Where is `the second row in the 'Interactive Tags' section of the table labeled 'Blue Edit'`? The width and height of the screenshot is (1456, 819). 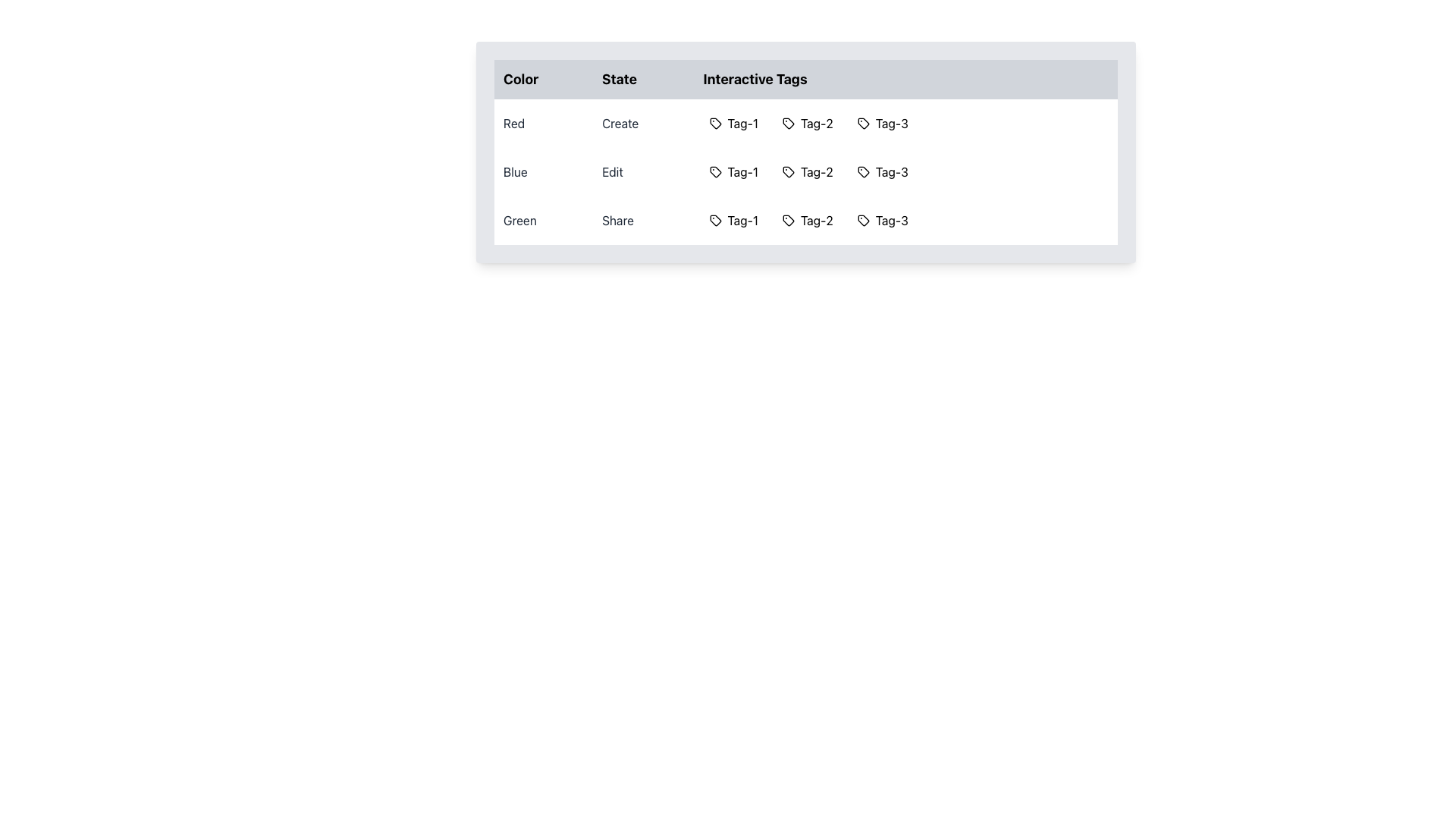
the second row in the 'Interactive Tags' section of the table labeled 'Blue Edit' is located at coordinates (805, 171).